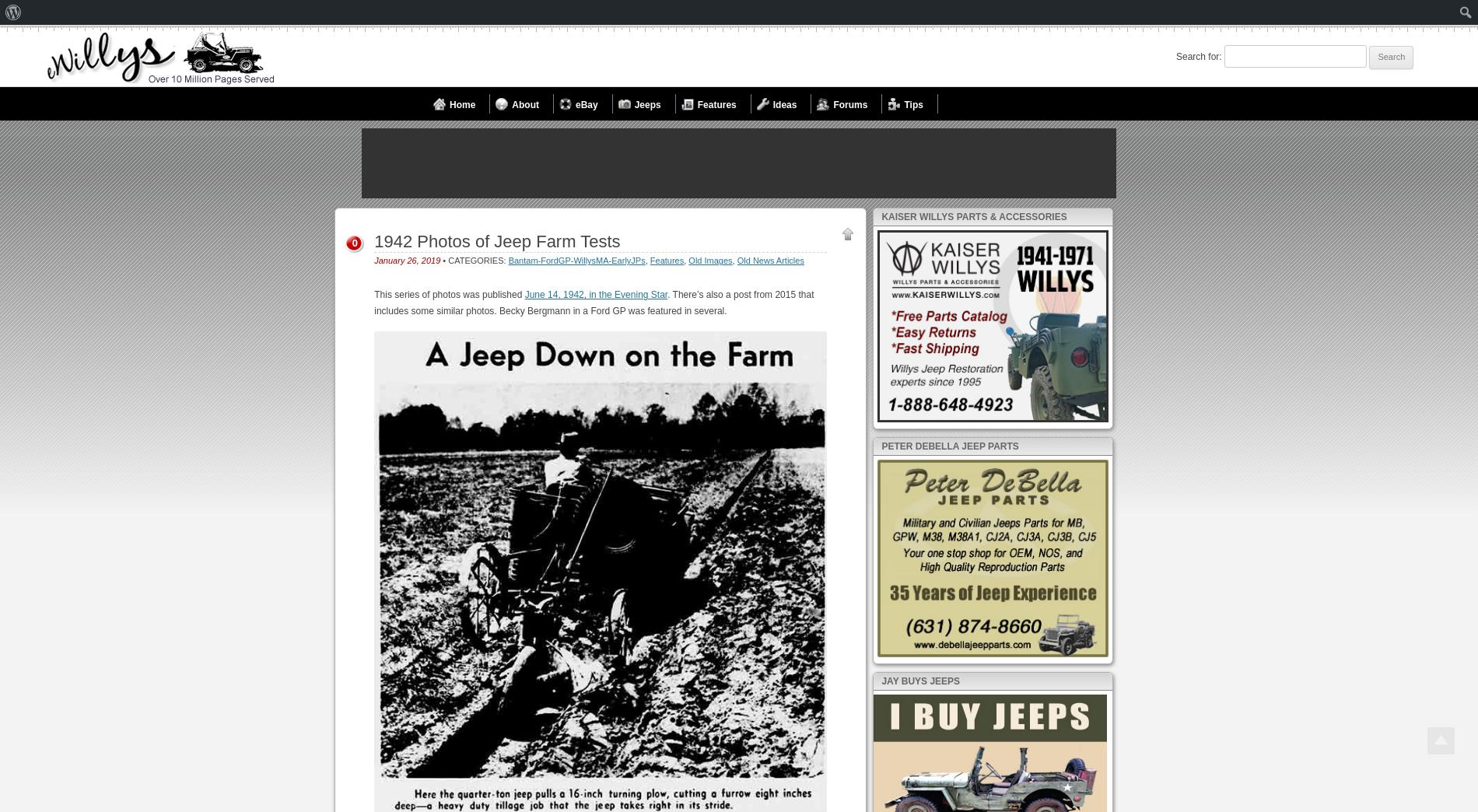  What do you see at coordinates (972, 215) in the screenshot?
I see `'Kaiser Willys Parts & Accessories'` at bounding box center [972, 215].